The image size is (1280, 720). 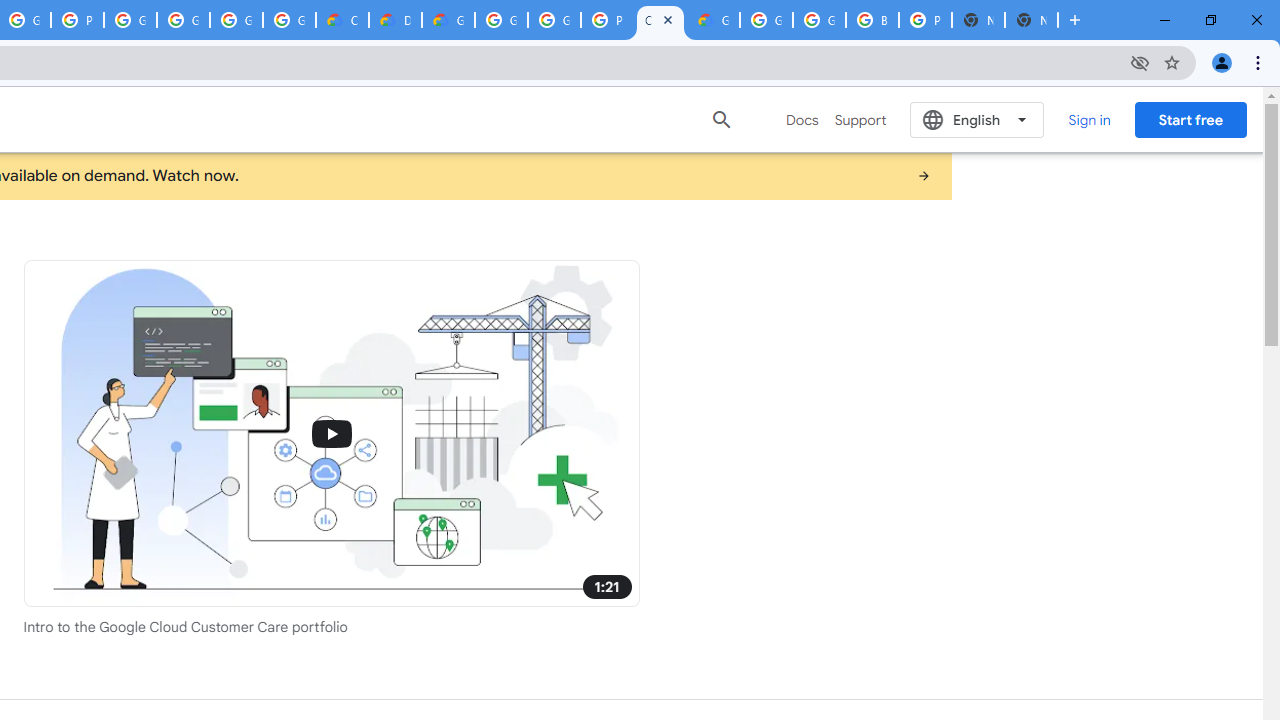 What do you see at coordinates (501, 20) in the screenshot?
I see `'Google Cloud Platform'` at bounding box center [501, 20].